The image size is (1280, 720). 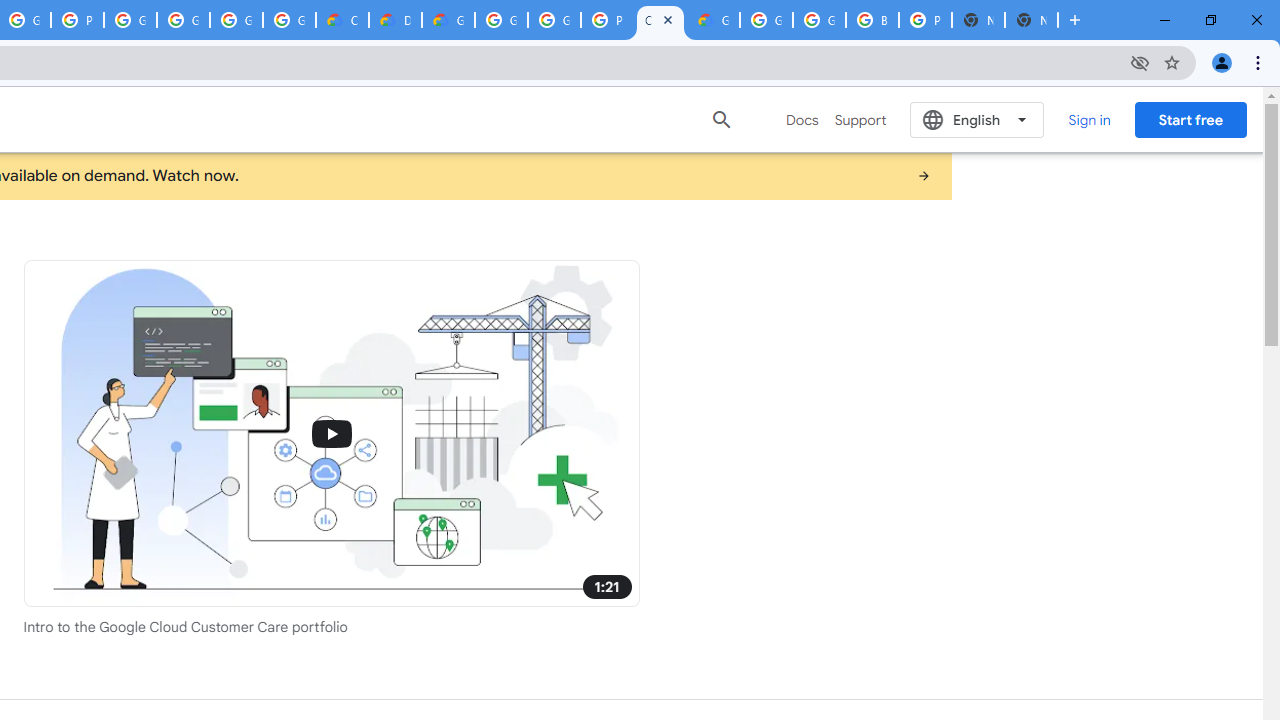 What do you see at coordinates (501, 20) in the screenshot?
I see `'Google Cloud Platform'` at bounding box center [501, 20].